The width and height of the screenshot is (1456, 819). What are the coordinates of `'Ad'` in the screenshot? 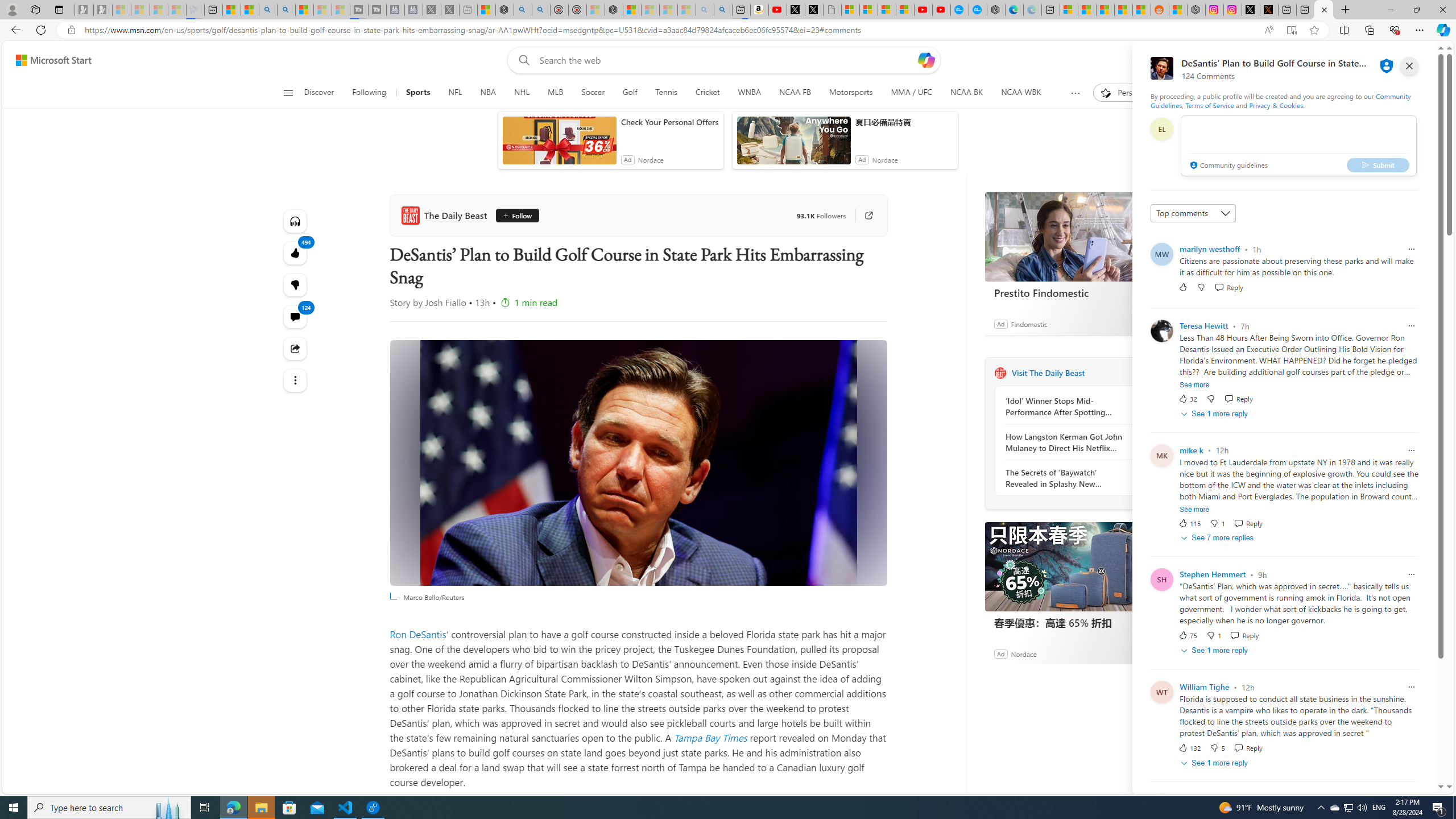 It's located at (999, 653).